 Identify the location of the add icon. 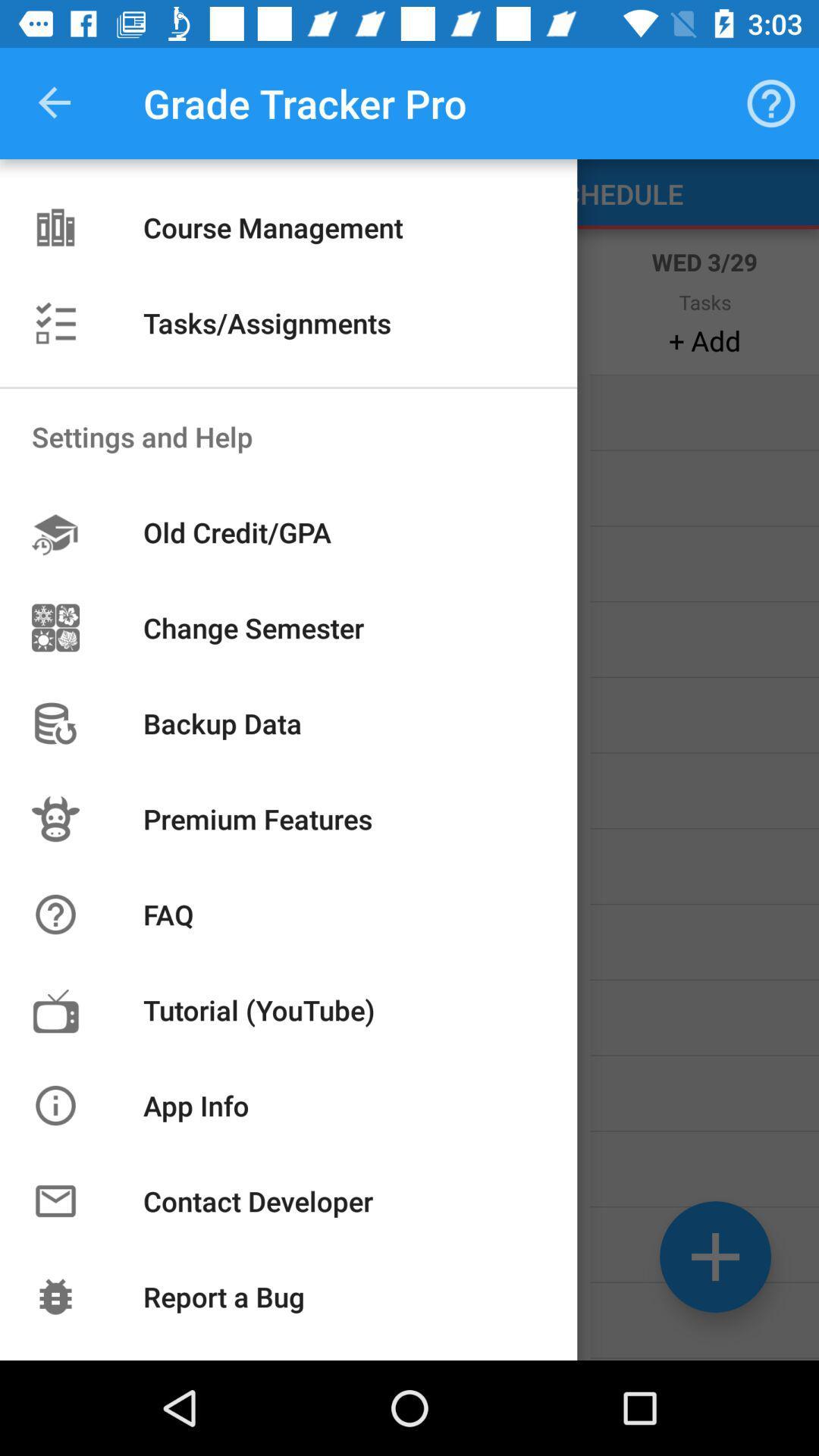
(715, 1257).